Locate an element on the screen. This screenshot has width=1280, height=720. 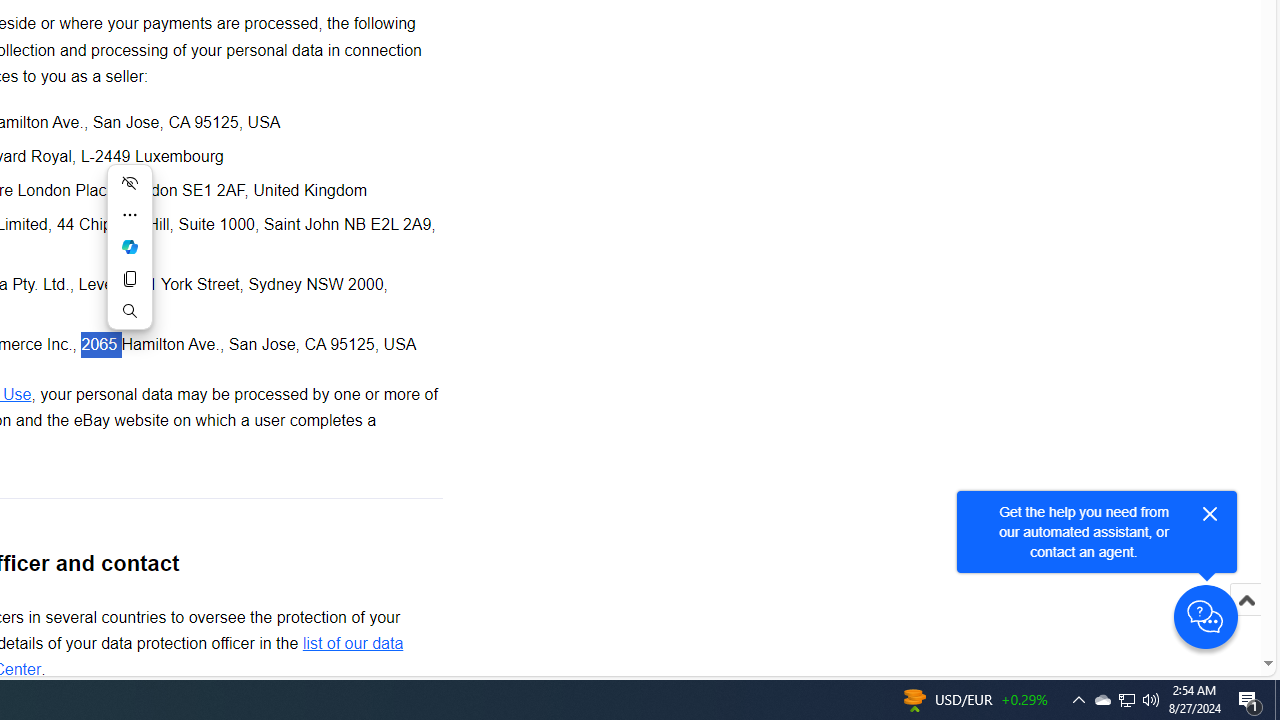
'Mini menu on text selection' is located at coordinates (128, 245).